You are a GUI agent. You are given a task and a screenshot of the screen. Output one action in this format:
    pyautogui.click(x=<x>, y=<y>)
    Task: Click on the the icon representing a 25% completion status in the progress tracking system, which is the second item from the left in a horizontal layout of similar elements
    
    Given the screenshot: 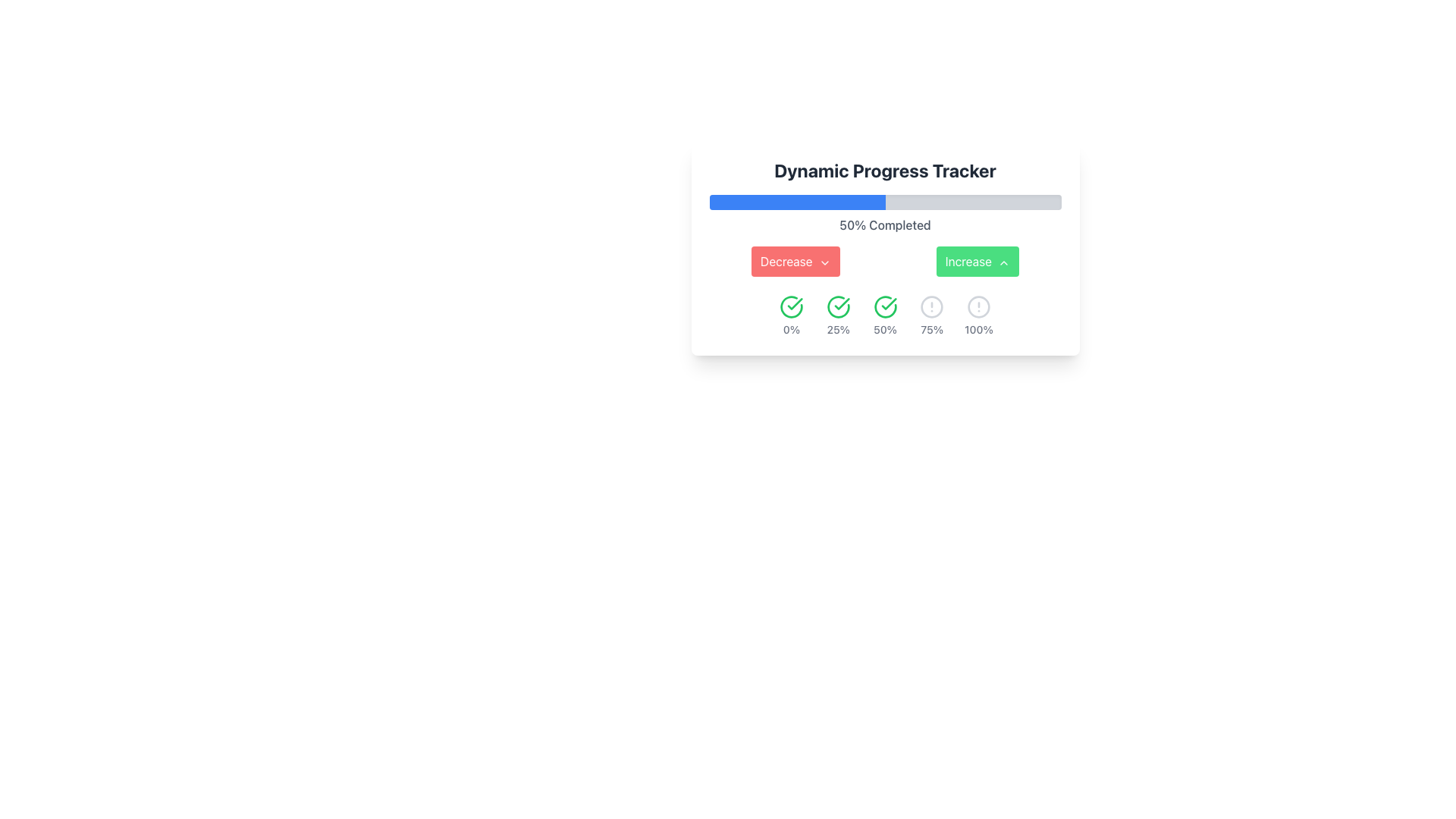 What is the action you would take?
    pyautogui.click(x=837, y=315)
    